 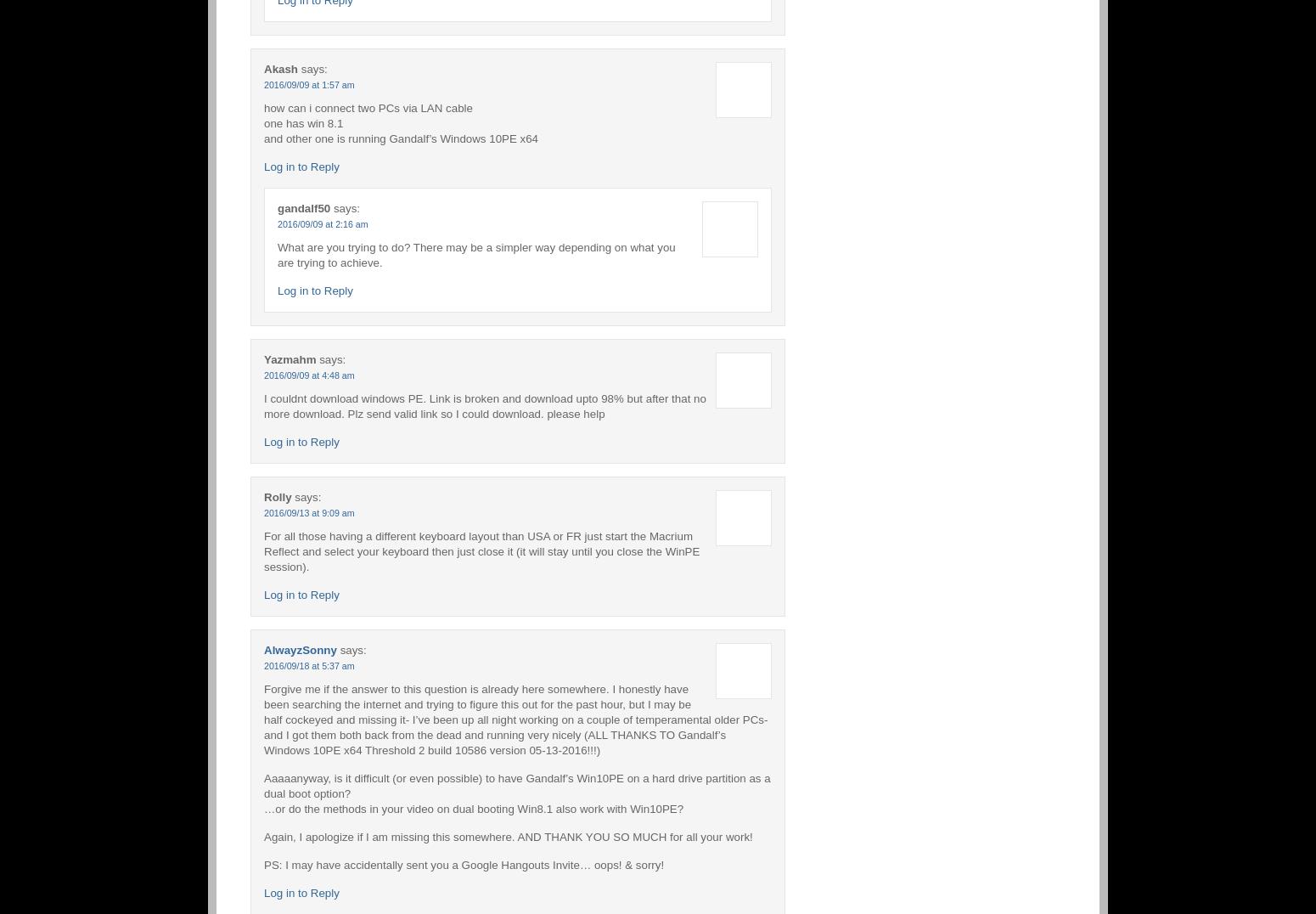 What do you see at coordinates (515, 718) in the screenshot?
I see `'Forgive me if the answer to this question is already here somewhere. I honestly have been searching the internet and trying to figure this out for the past hour, but I may be half cockeyed and missing it- I’ve been up all night working on a couple of temperamental older PCs- and I got them both back from the dead and running very nicely (ALL THANKS TO Gandalf’s Windows 10PE x64 Threshold 2 build 10586 version 05-13-2016!!!)'` at bounding box center [515, 718].